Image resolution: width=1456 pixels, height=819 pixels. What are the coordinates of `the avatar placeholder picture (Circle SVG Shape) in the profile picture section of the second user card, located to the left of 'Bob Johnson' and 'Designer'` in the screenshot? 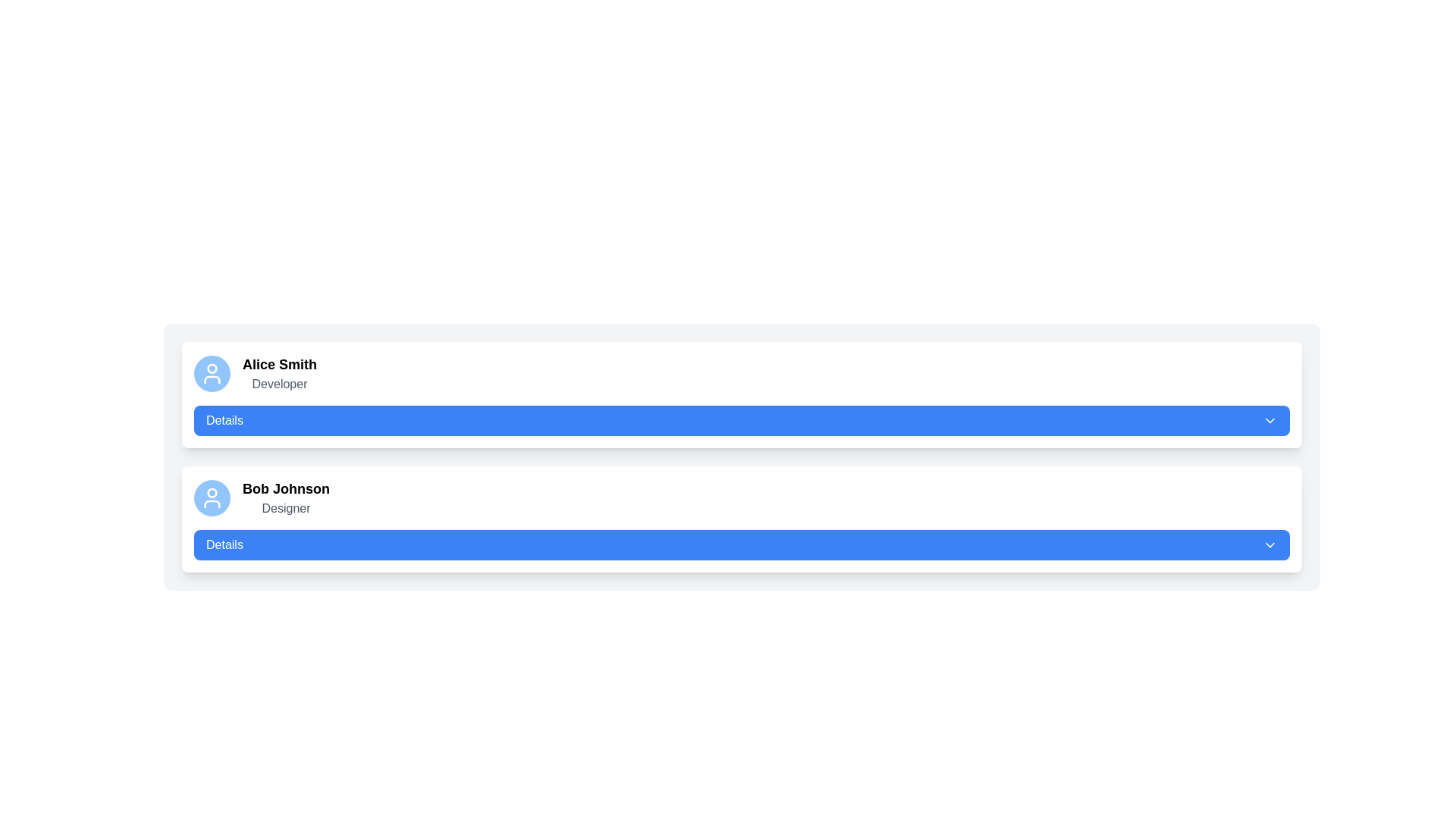 It's located at (211, 493).